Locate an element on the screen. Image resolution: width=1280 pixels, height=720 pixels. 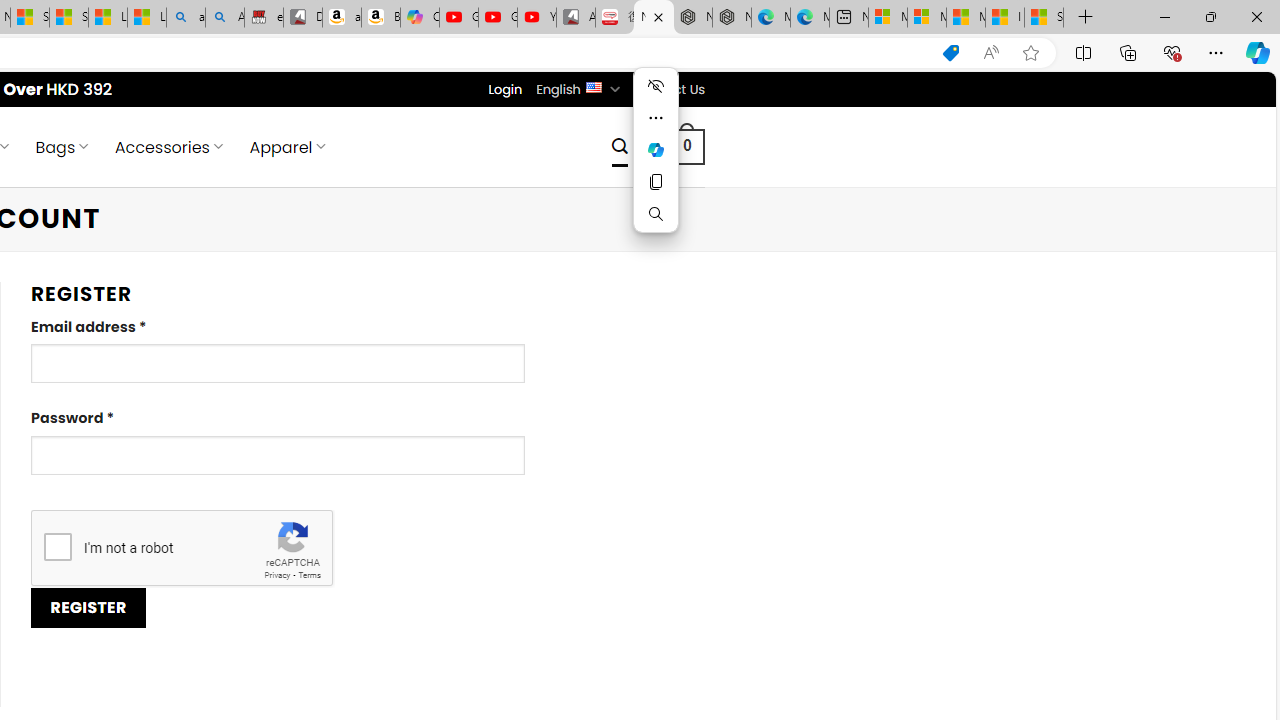
'Contact Us' is located at coordinates (669, 88).